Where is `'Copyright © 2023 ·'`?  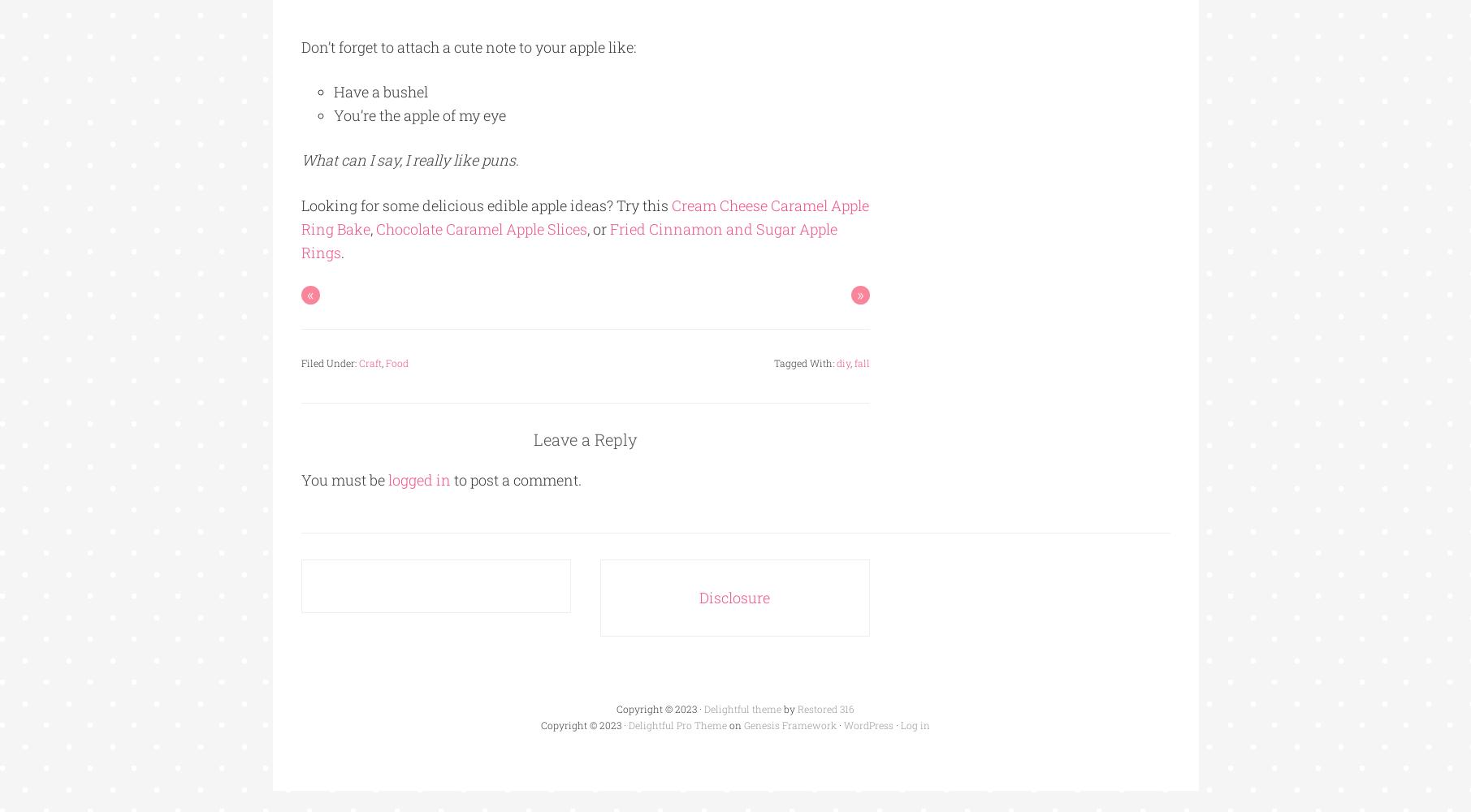
'Copyright © 2023 ·' is located at coordinates (584, 724).